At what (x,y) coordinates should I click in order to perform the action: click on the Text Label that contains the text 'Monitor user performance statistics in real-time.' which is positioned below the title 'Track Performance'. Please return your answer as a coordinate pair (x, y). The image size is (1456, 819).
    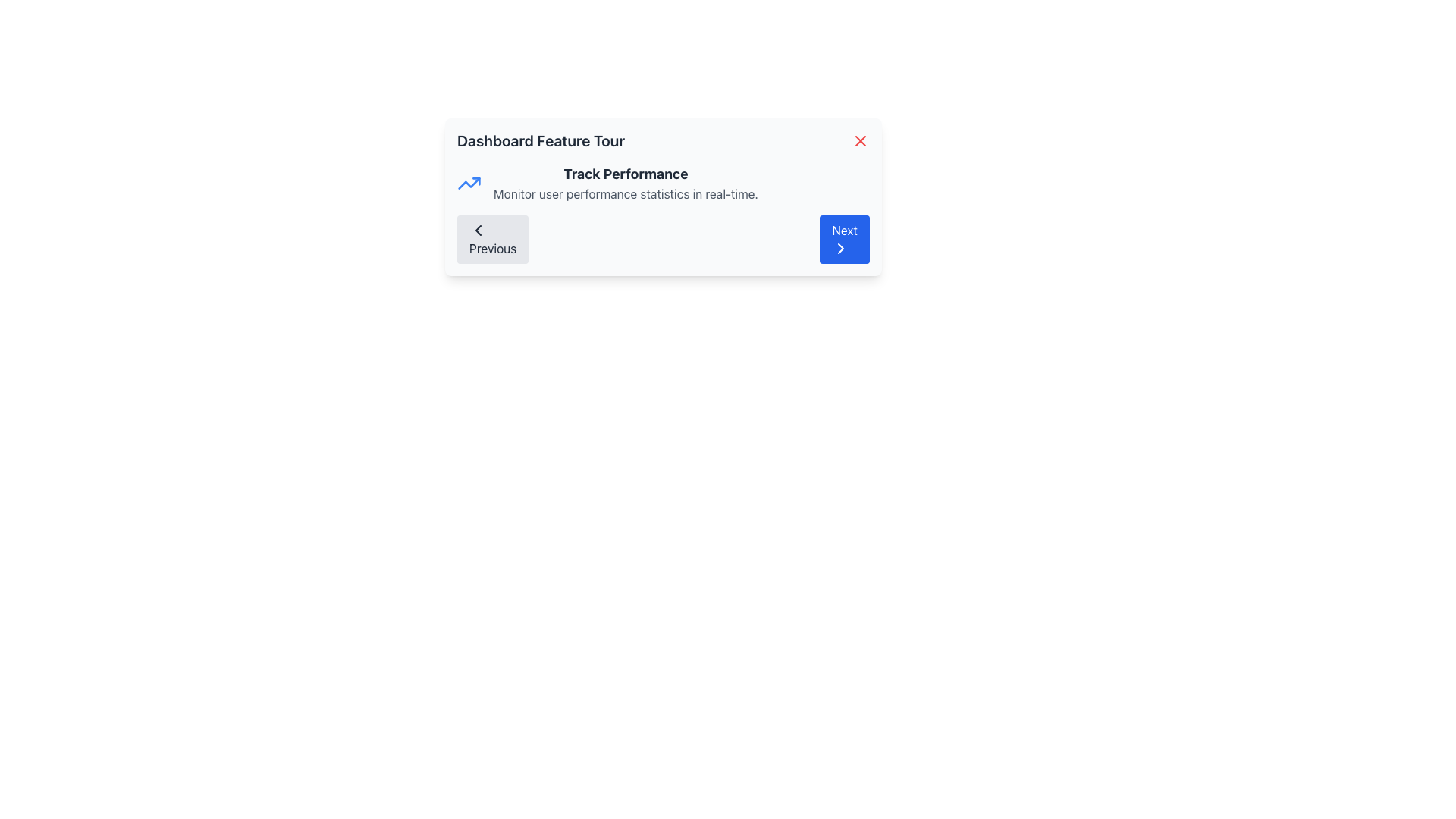
    Looking at the image, I should click on (626, 193).